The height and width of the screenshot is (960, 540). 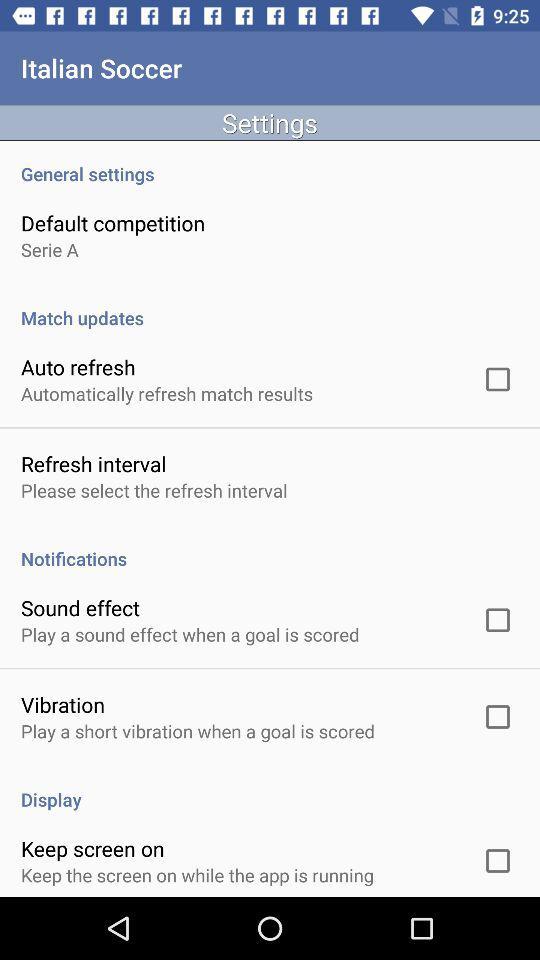 I want to click on the icon above the automatically refresh match app, so click(x=77, y=366).